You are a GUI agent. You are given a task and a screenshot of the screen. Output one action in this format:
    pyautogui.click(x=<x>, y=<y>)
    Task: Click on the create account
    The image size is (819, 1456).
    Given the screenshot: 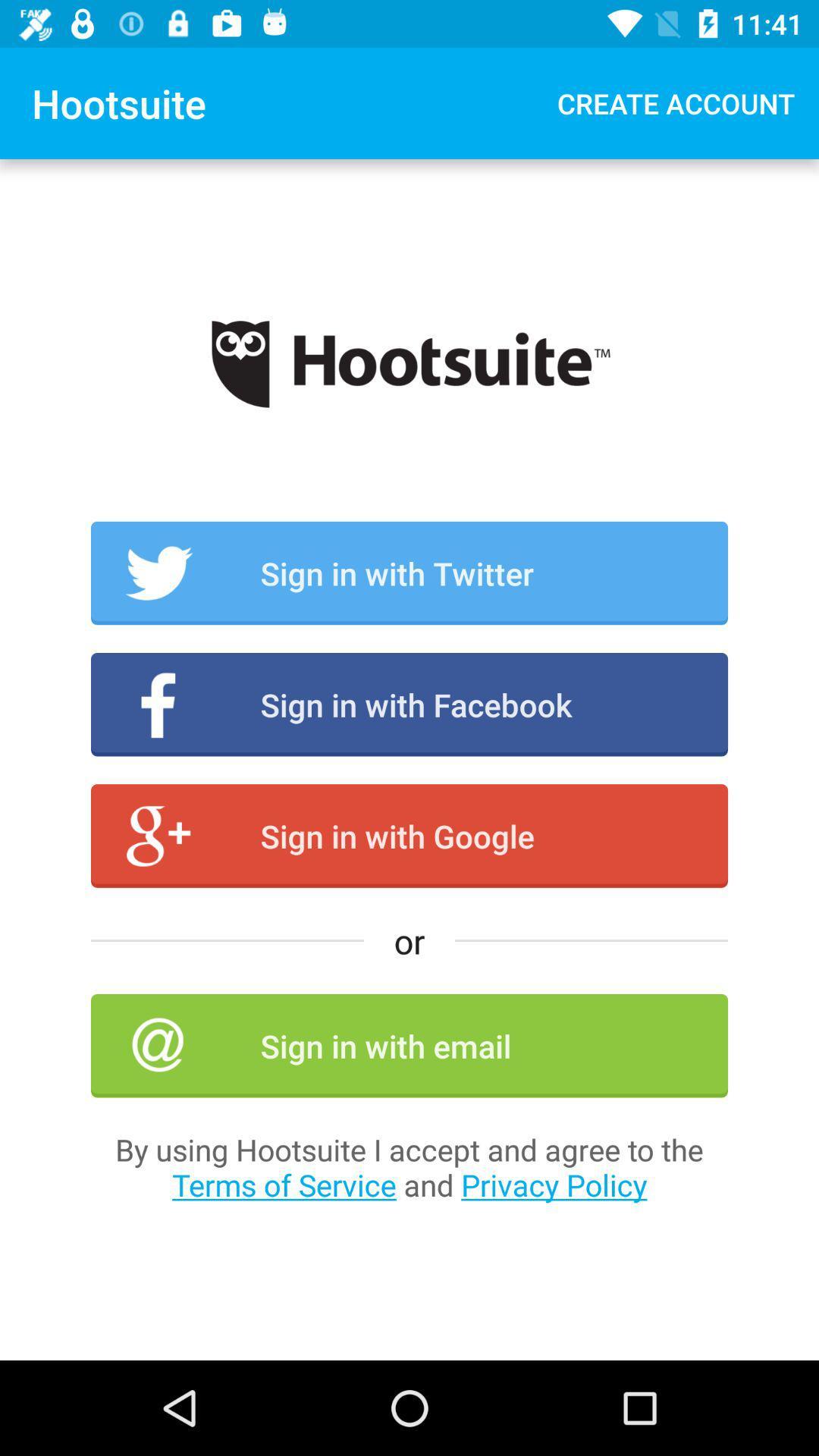 What is the action you would take?
    pyautogui.click(x=675, y=102)
    